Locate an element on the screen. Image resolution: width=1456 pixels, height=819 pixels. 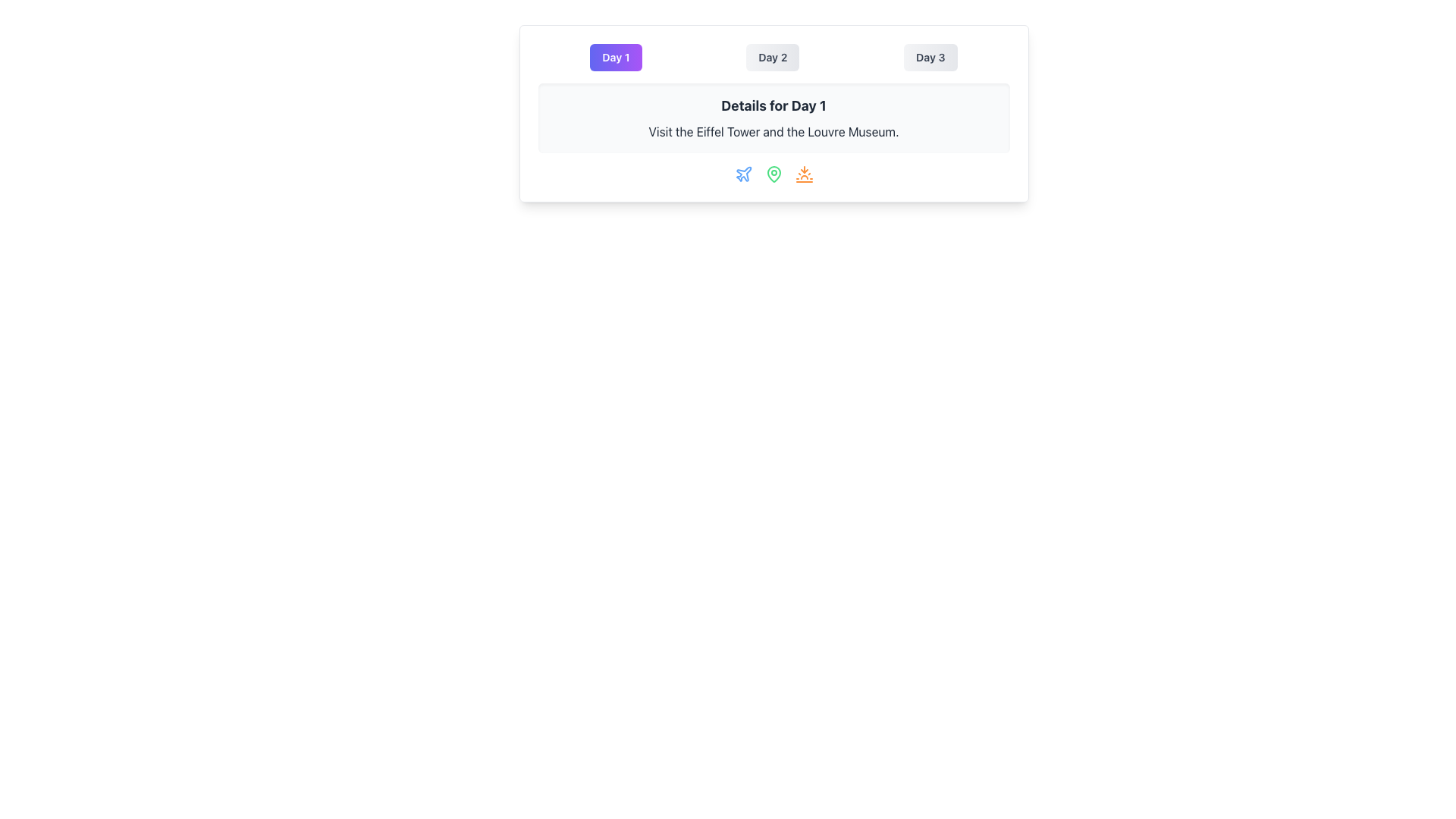
the informative text description about activities for Day 1, which is located directly below the heading 'Details for Day 1' is located at coordinates (773, 130).